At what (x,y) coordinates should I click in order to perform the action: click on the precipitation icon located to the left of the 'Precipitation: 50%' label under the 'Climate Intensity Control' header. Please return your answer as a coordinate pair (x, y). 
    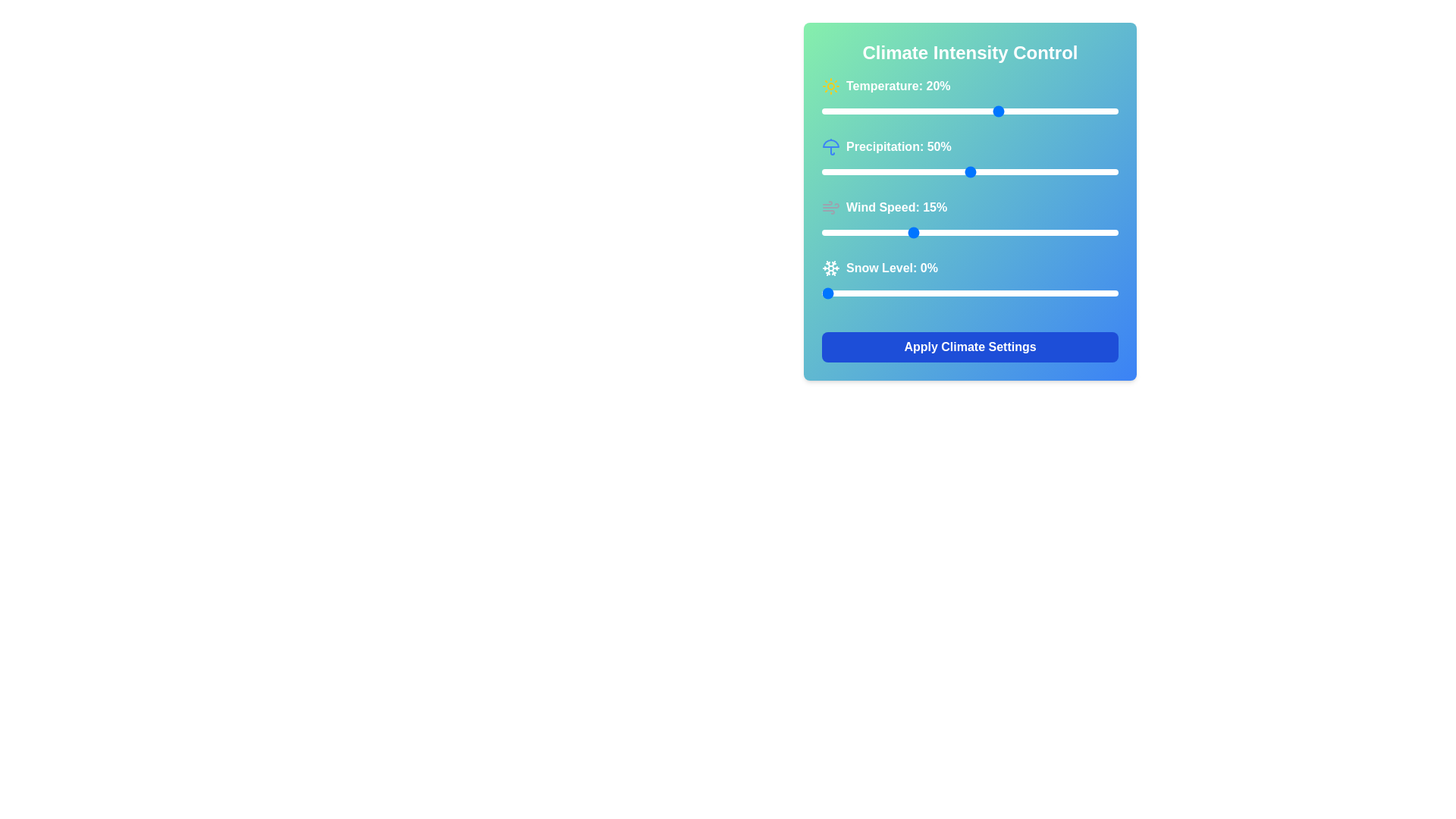
    Looking at the image, I should click on (830, 146).